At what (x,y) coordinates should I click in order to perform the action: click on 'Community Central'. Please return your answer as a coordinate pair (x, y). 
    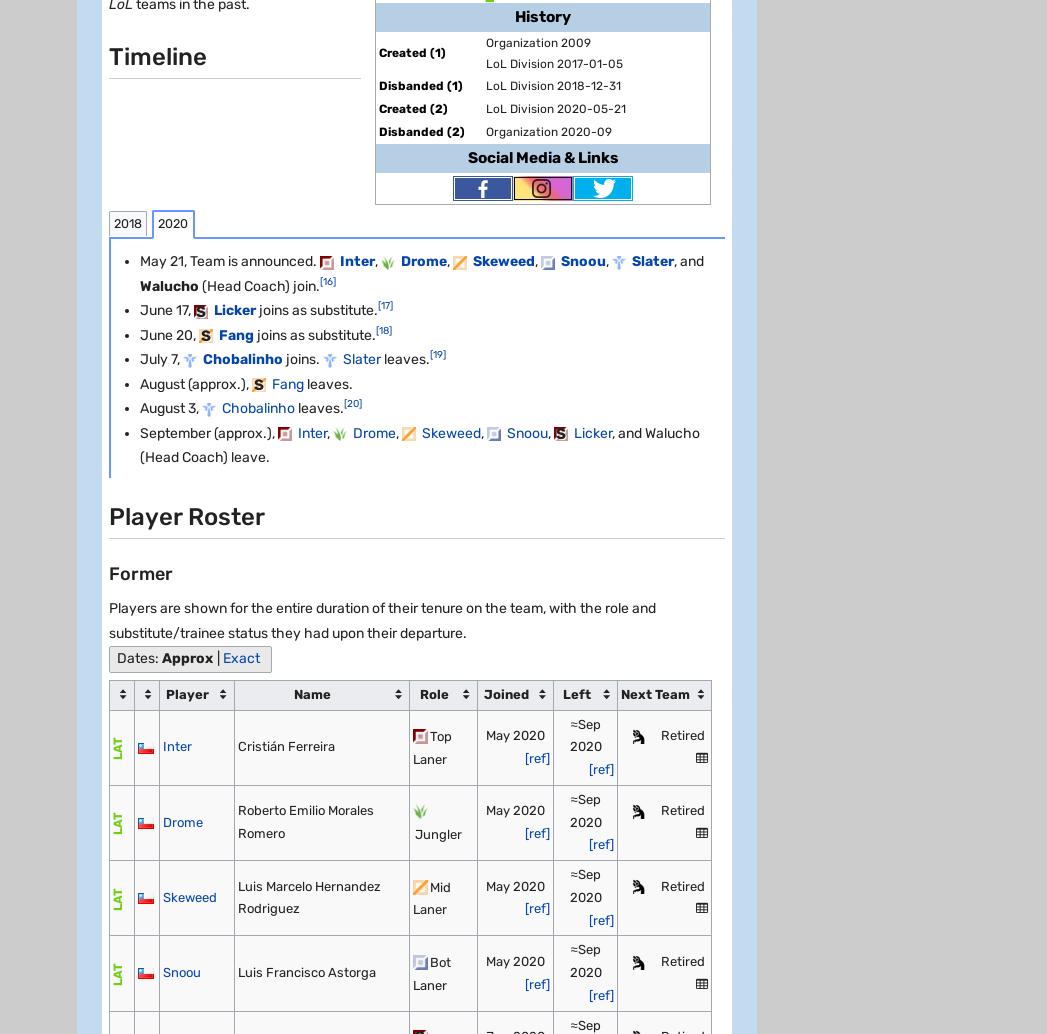
    Looking at the image, I should click on (145, 999).